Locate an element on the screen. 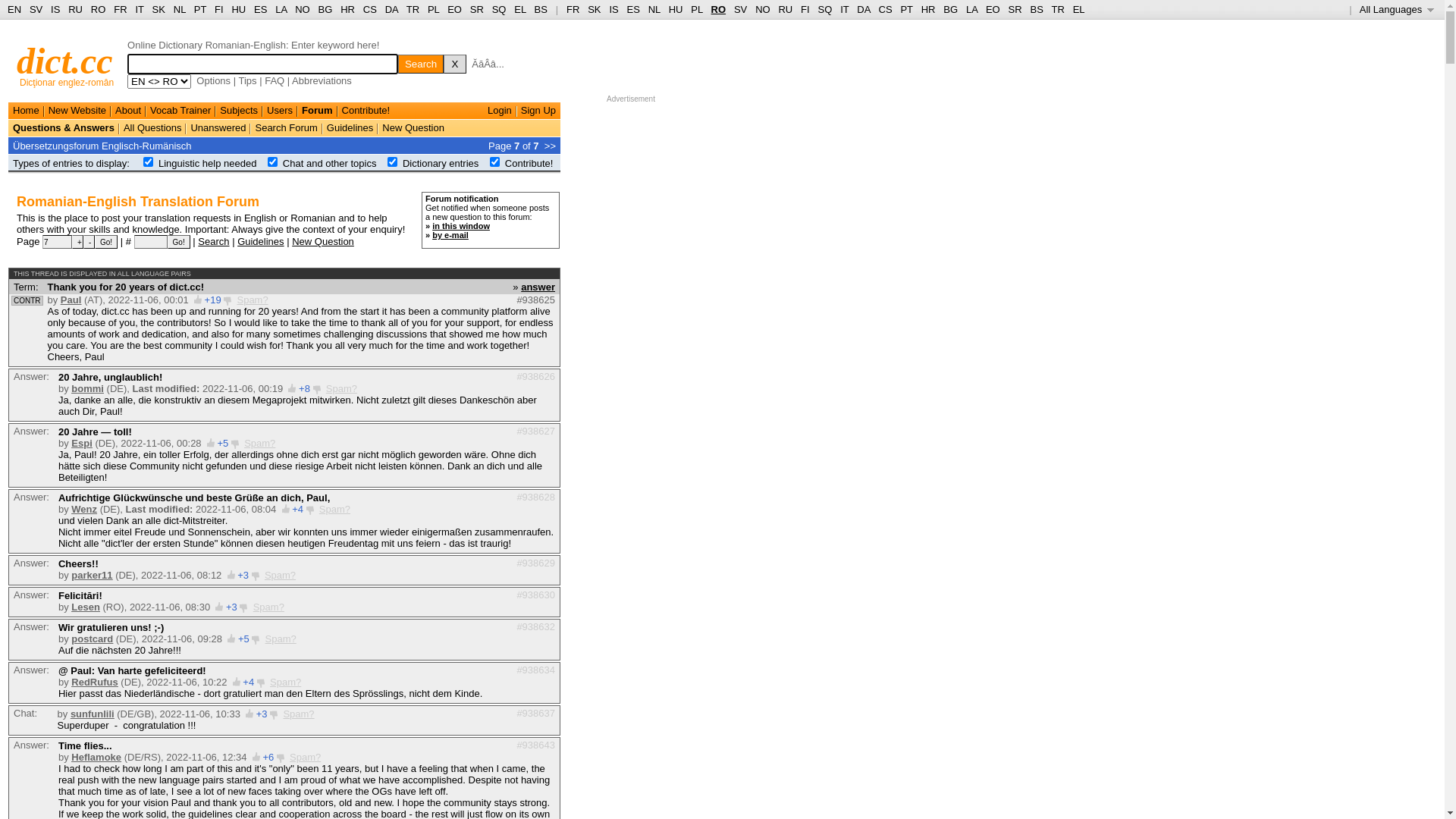 This screenshot has height=819, width=1456. 'Questions & Answers' is located at coordinates (62, 127).